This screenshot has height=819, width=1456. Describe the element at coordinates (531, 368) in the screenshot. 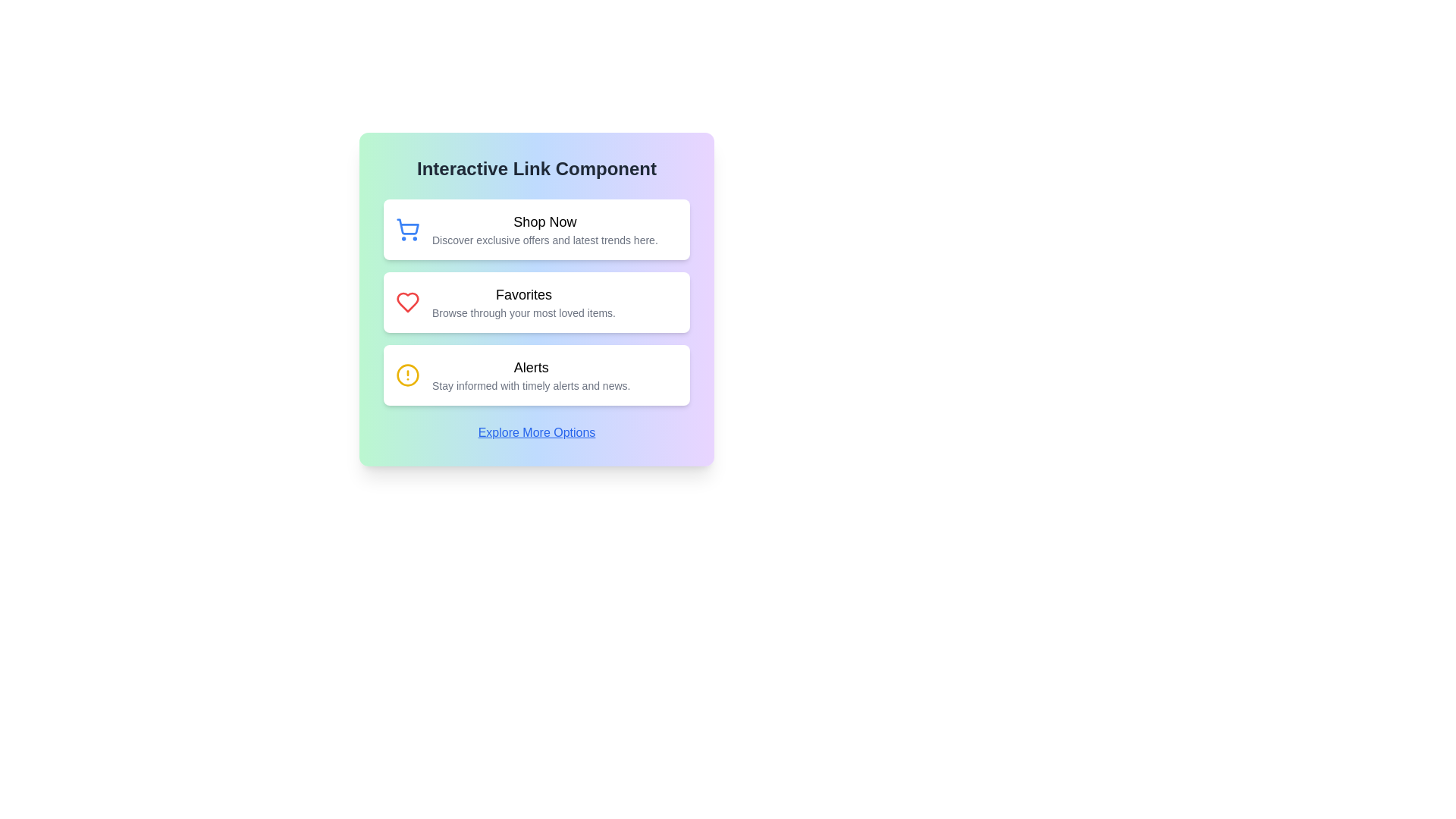

I see `the title text of the third card in a vertical stack of three cards under the heading 'Interactive Link Component'` at that location.